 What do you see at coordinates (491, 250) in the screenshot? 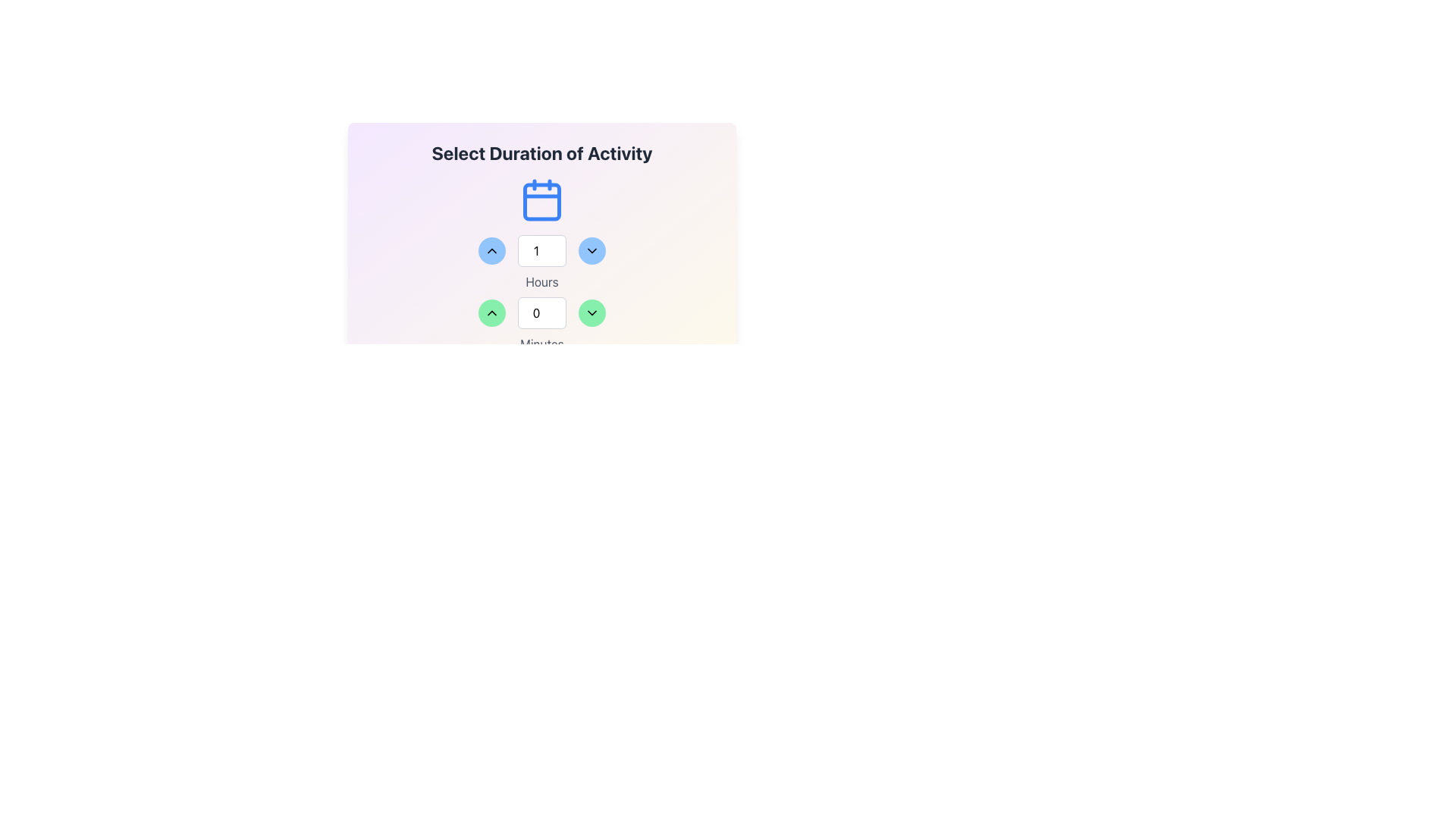
I see `the left button to increment the value in the 'Hours' numeric input field by one` at bounding box center [491, 250].